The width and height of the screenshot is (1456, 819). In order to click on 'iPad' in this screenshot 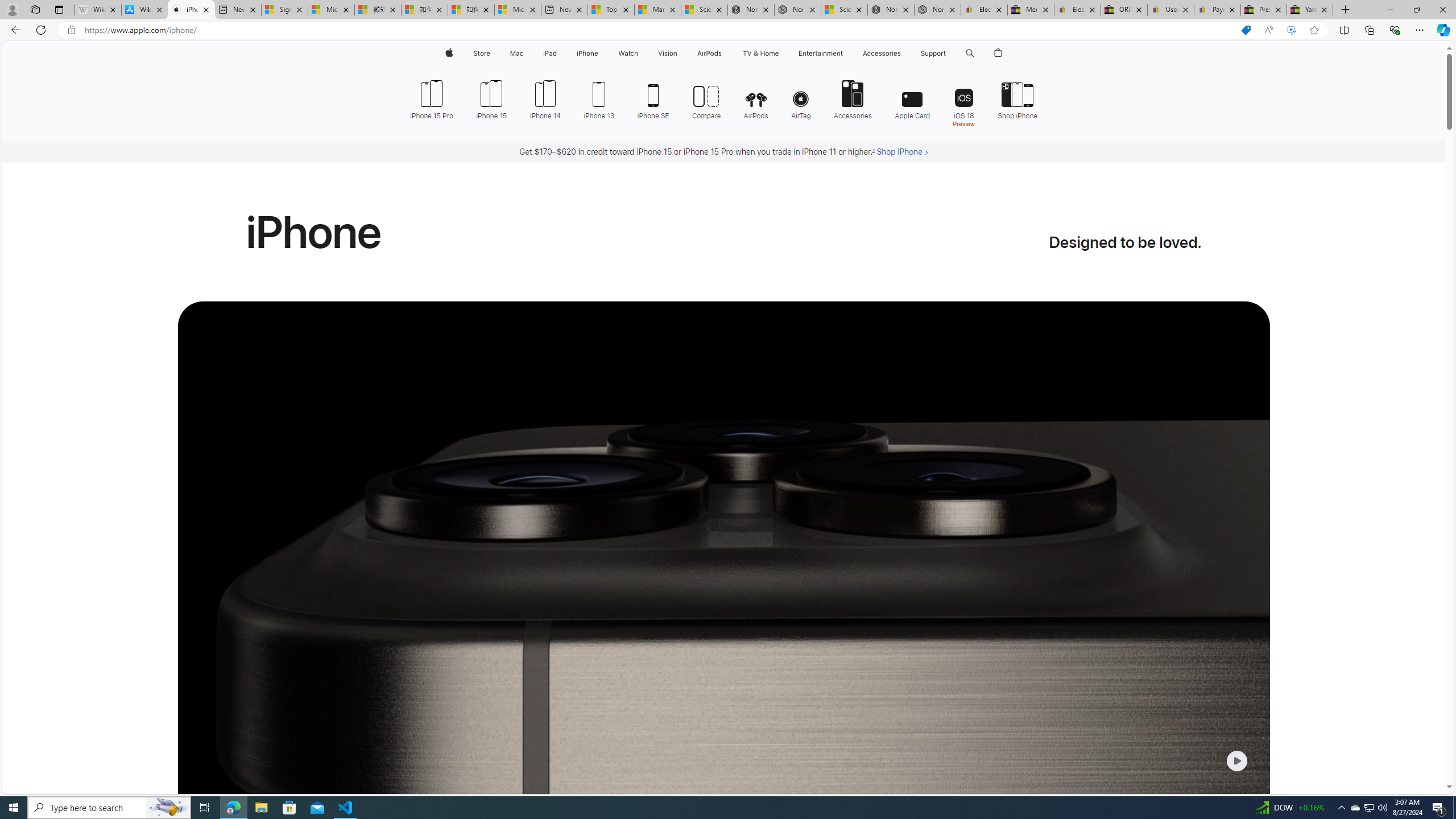, I will do `click(549, 53)`.